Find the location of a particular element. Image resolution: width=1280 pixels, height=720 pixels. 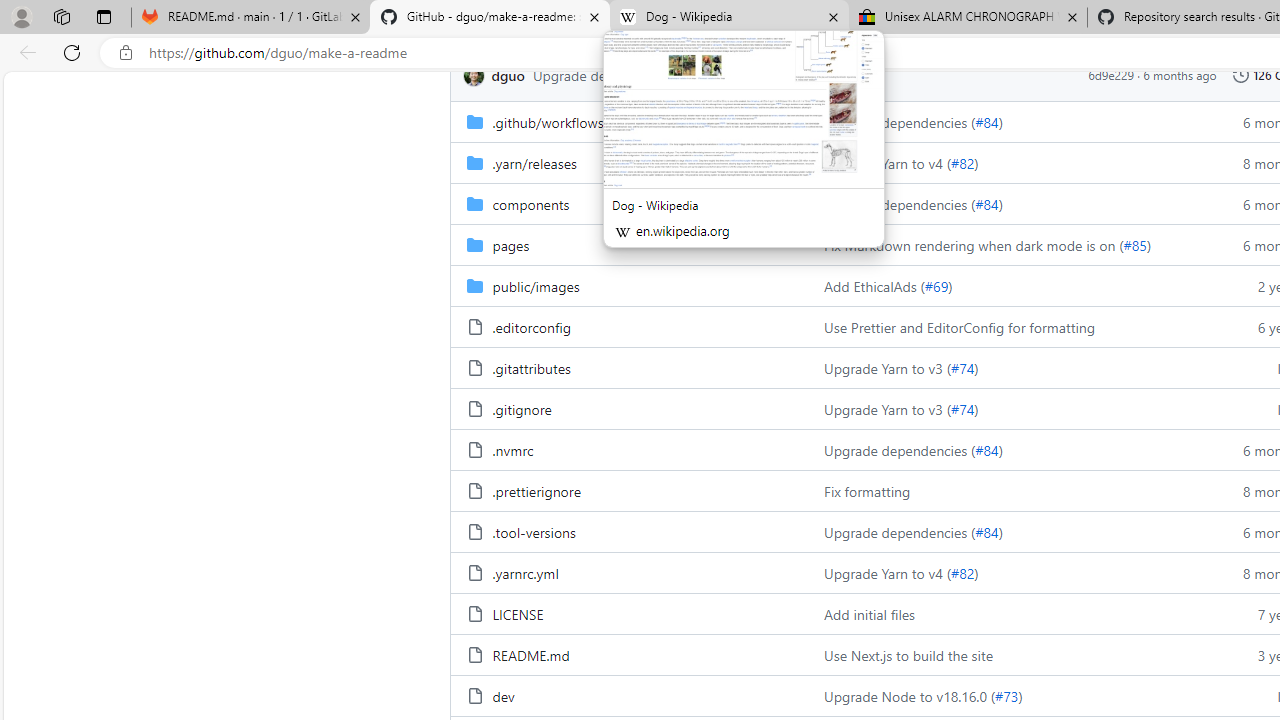

'Add EthicalAds (' is located at coordinates (874, 285).